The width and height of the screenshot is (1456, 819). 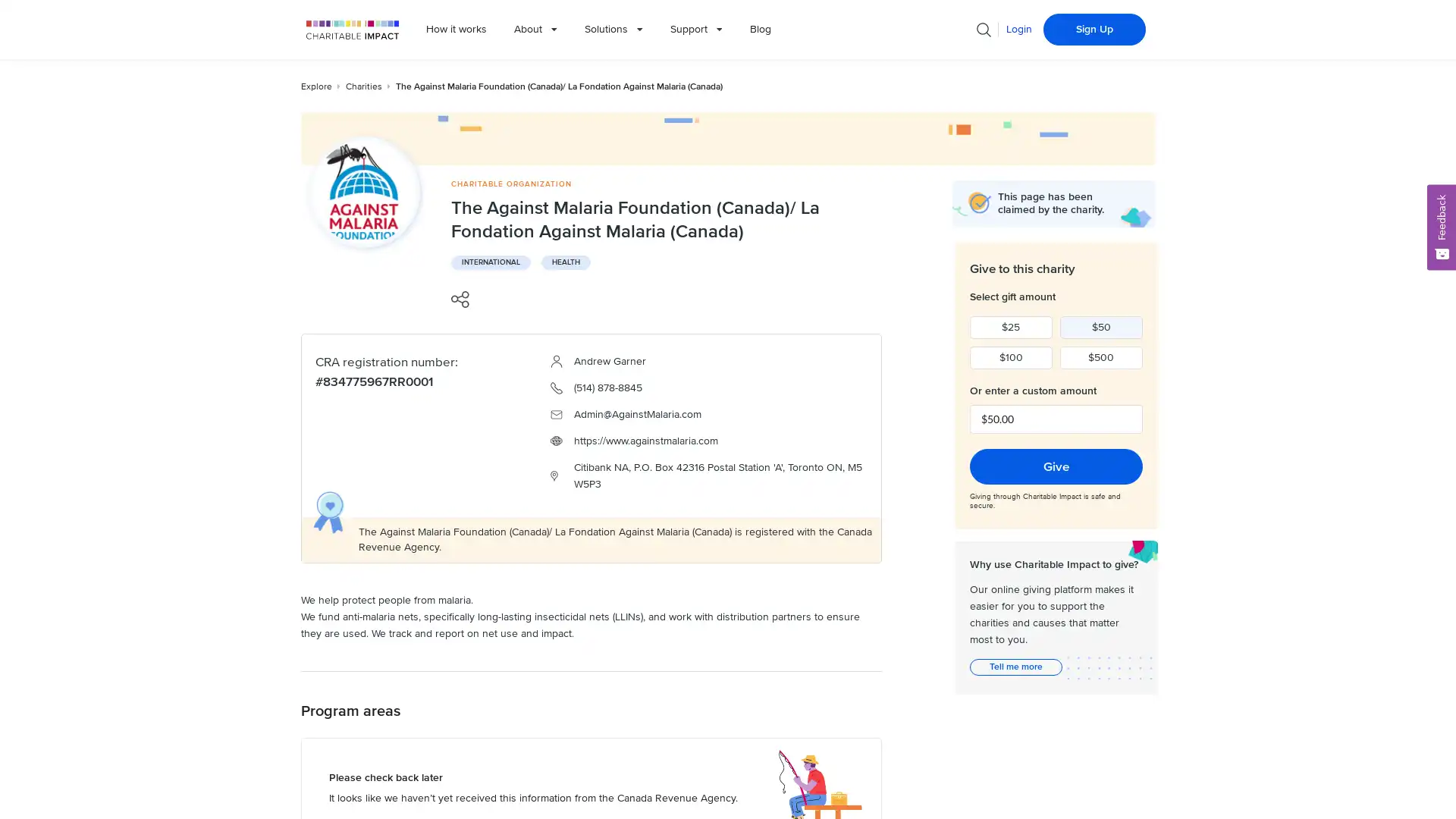 What do you see at coordinates (1055, 465) in the screenshot?
I see `Give` at bounding box center [1055, 465].